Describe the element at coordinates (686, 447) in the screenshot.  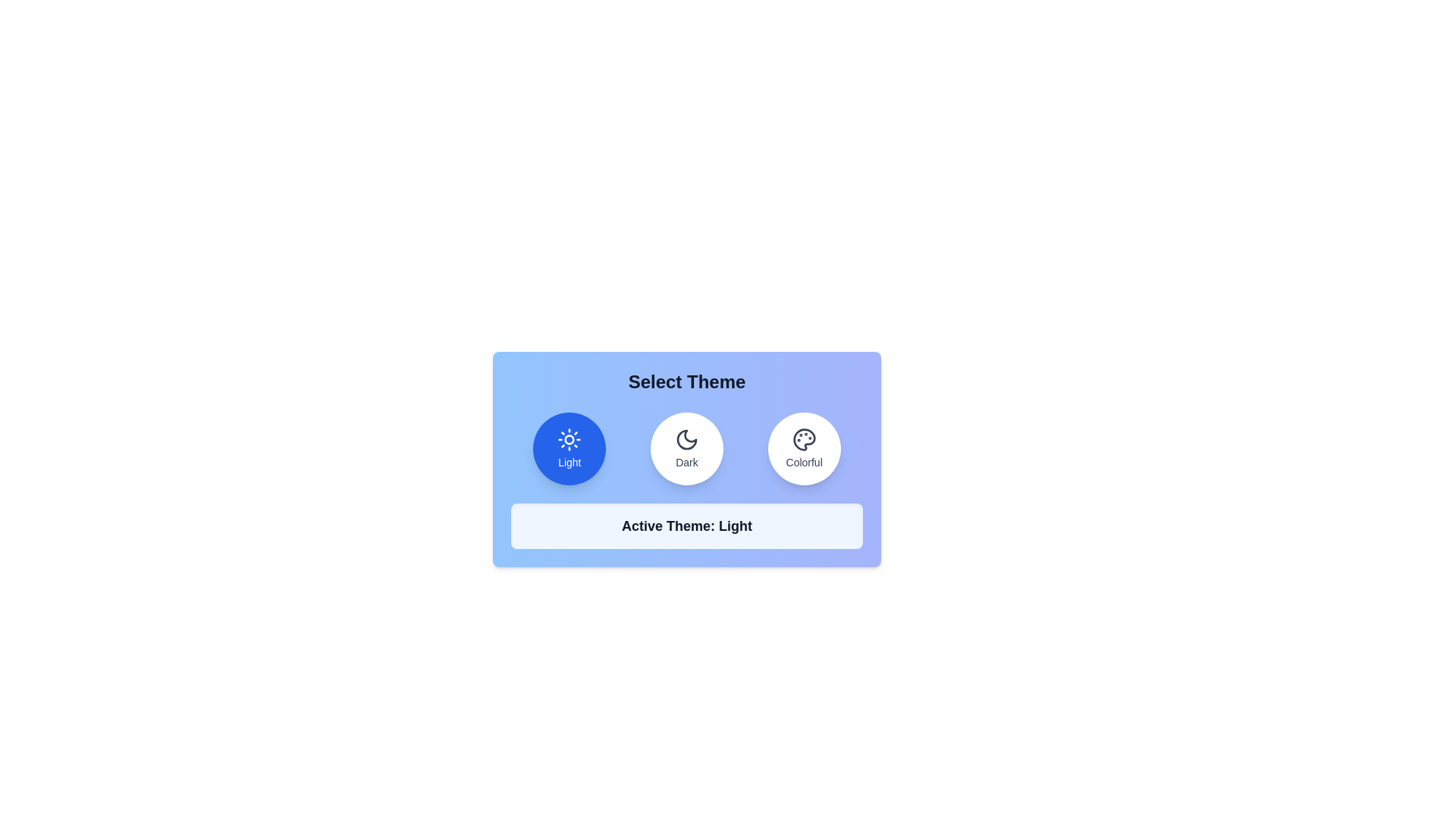
I see `the theme button for Dark` at that location.